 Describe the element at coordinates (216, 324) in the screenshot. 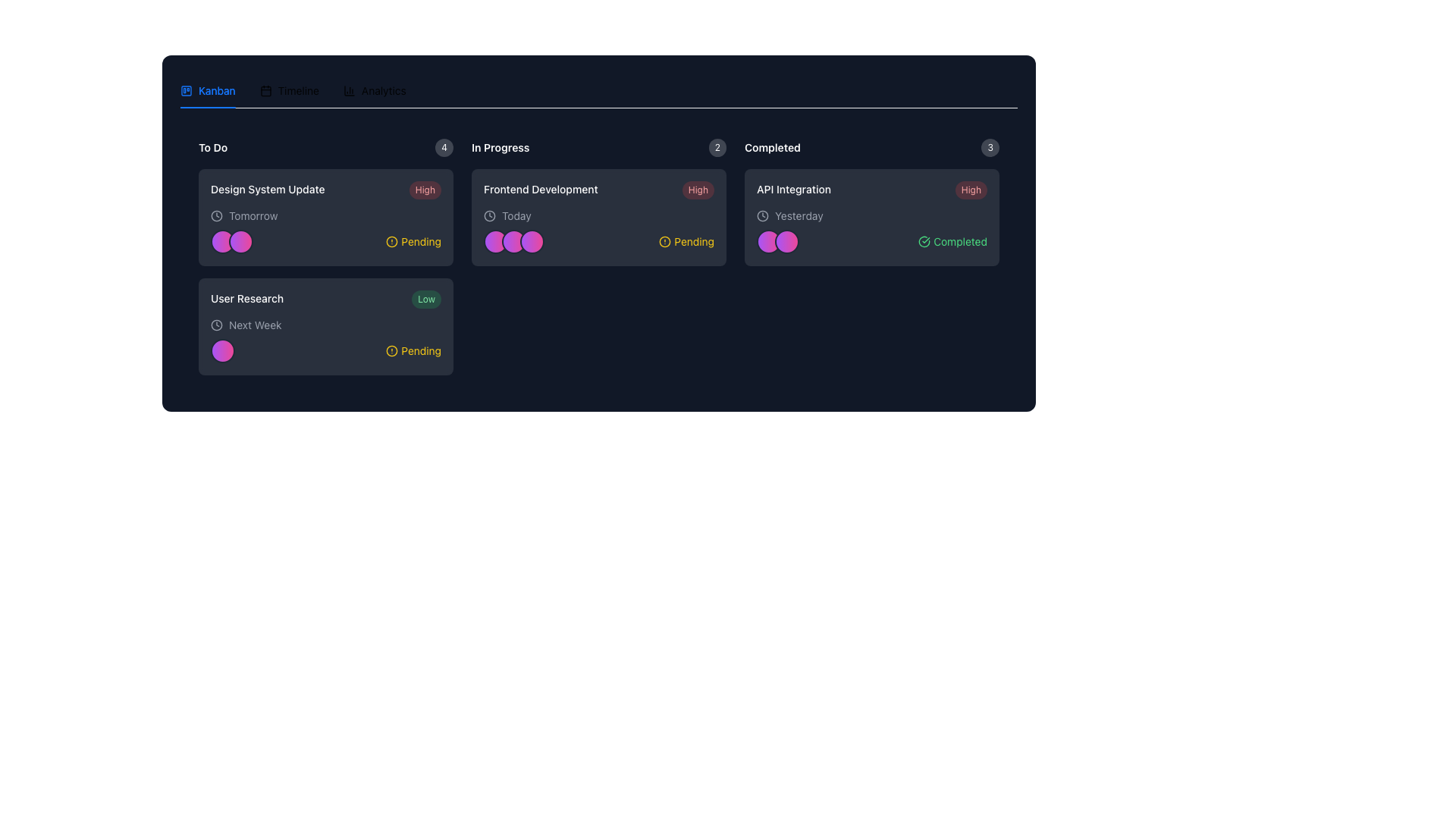

I see `the central circular clock face SVG element located under the 'To Do' section for the 'User Research' task` at that location.